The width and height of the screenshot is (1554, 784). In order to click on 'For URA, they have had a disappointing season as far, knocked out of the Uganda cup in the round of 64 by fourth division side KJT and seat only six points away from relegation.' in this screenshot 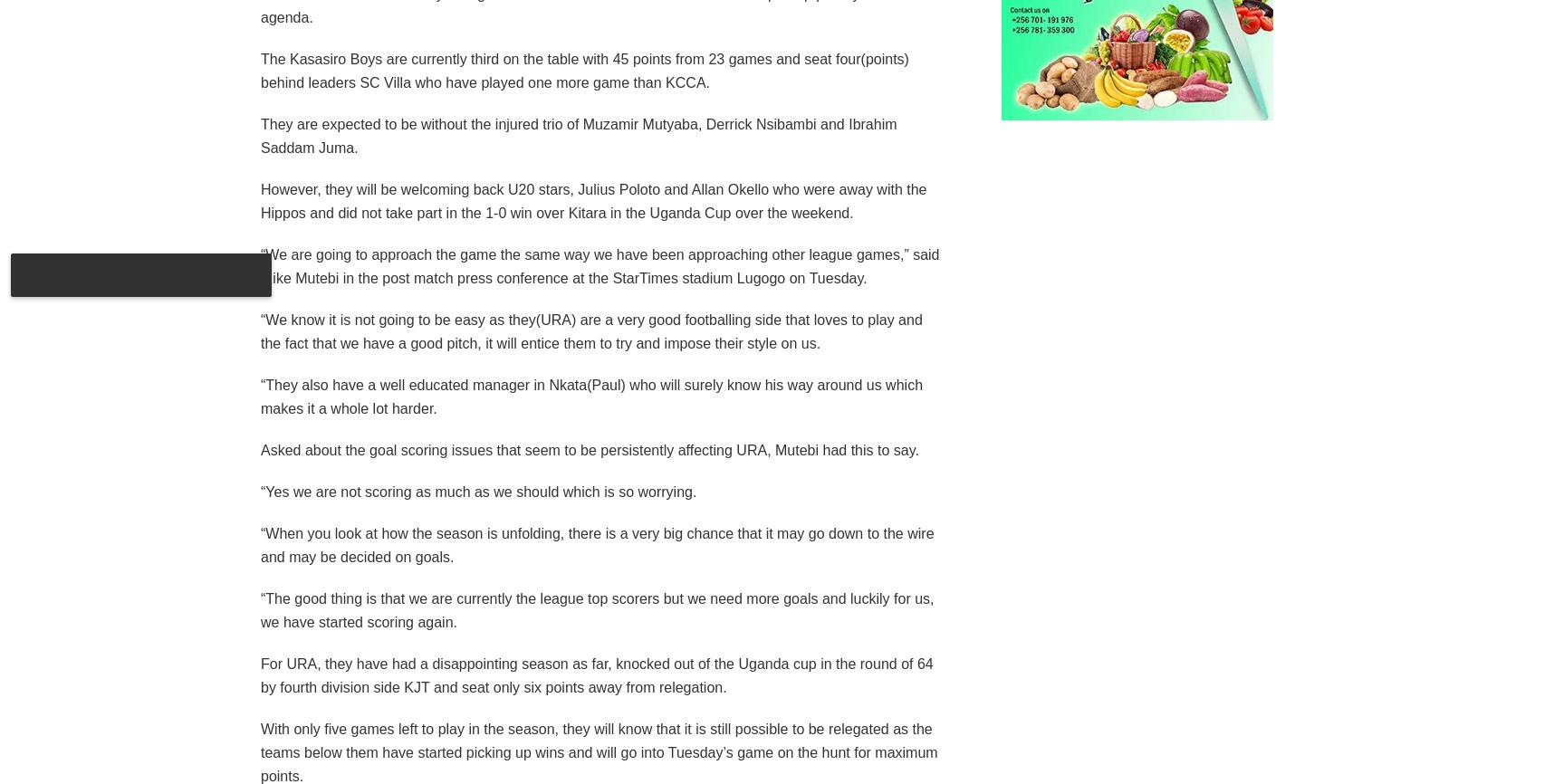, I will do `click(259, 674)`.